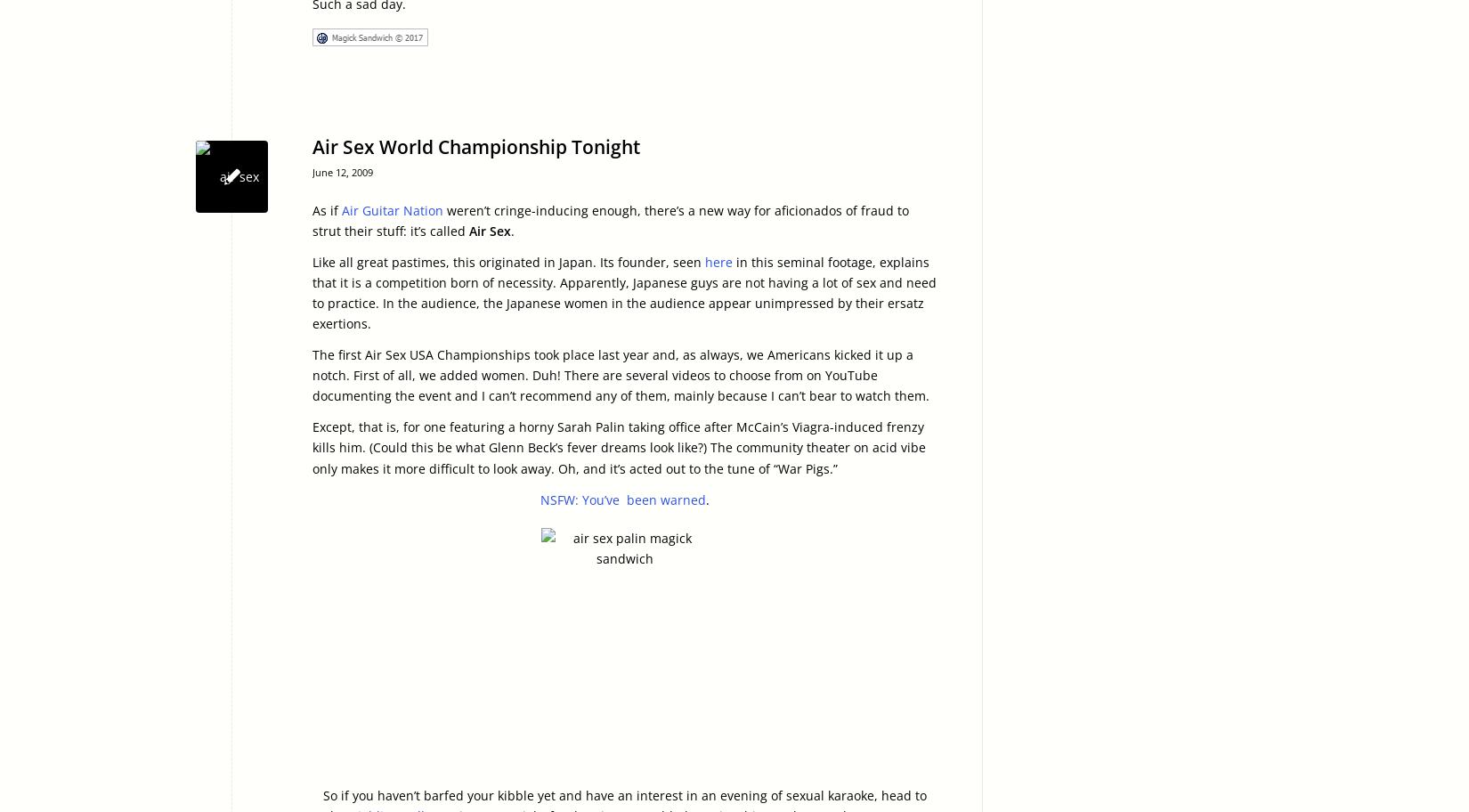 Image resolution: width=1469 pixels, height=812 pixels. I want to click on 'weren’t cringe-inducing enough, there’s a new way for aficionados of fraud to strut their stuff: it’s called', so click(610, 219).